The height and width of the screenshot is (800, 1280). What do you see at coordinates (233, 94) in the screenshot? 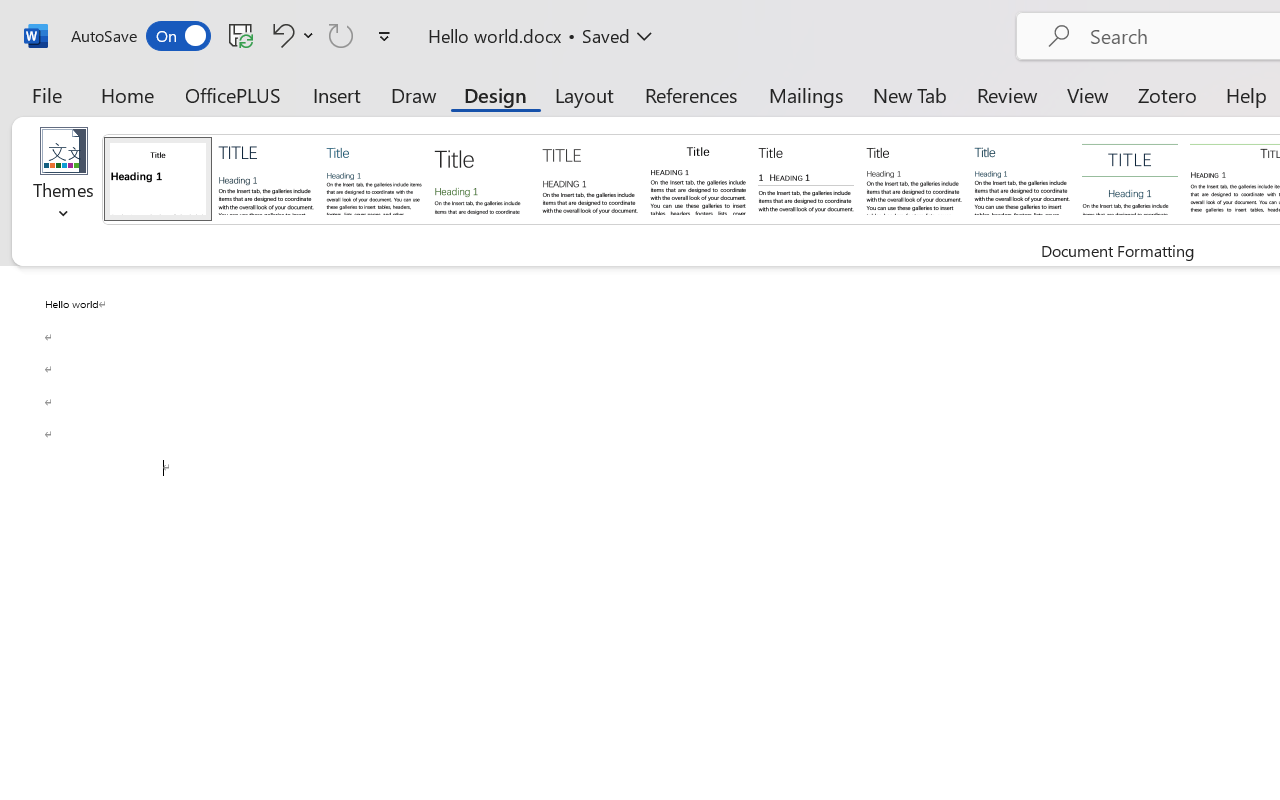
I see `'OfficePLUS'` at bounding box center [233, 94].